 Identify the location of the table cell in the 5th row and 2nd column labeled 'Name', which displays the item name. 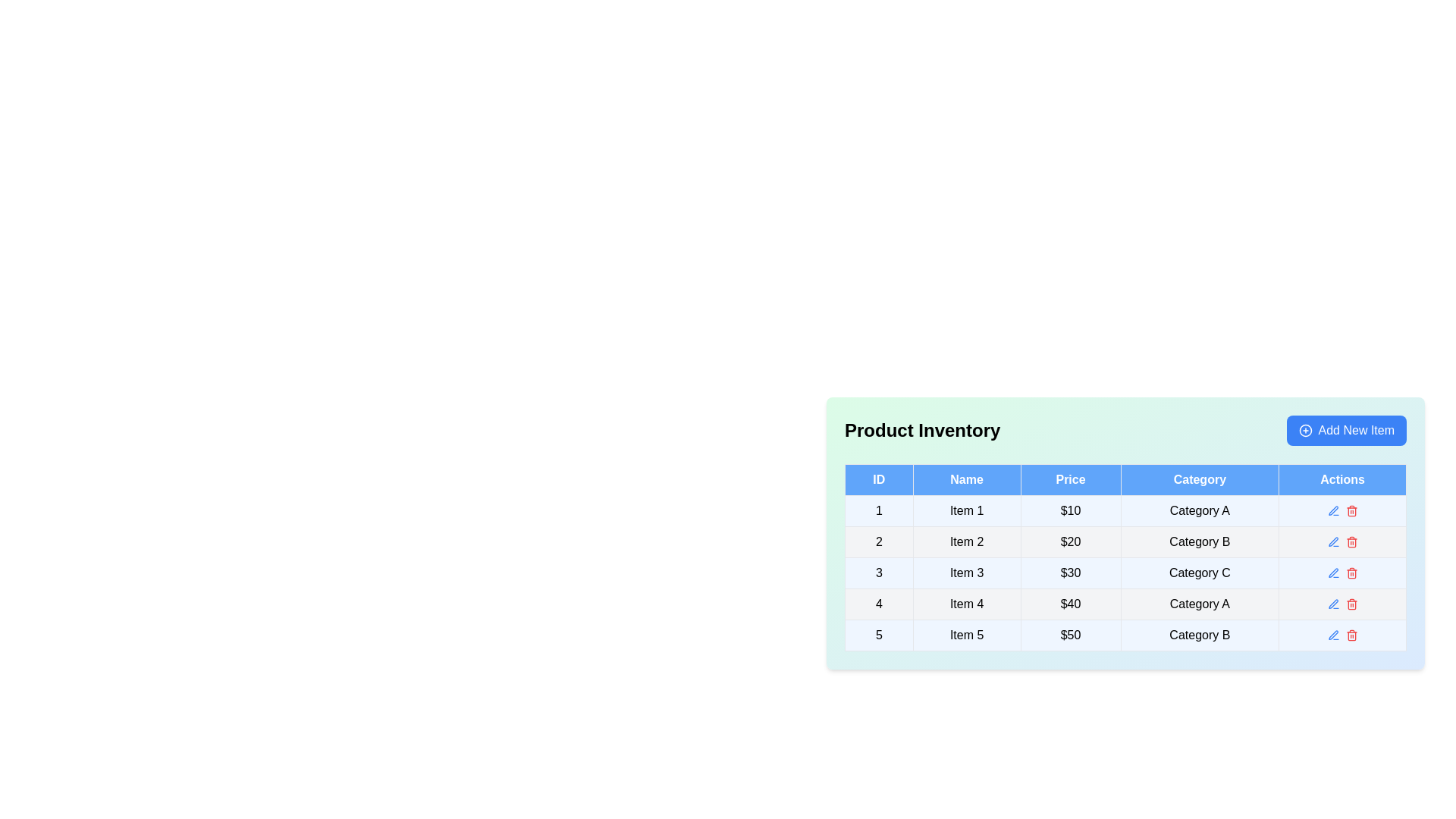
(966, 635).